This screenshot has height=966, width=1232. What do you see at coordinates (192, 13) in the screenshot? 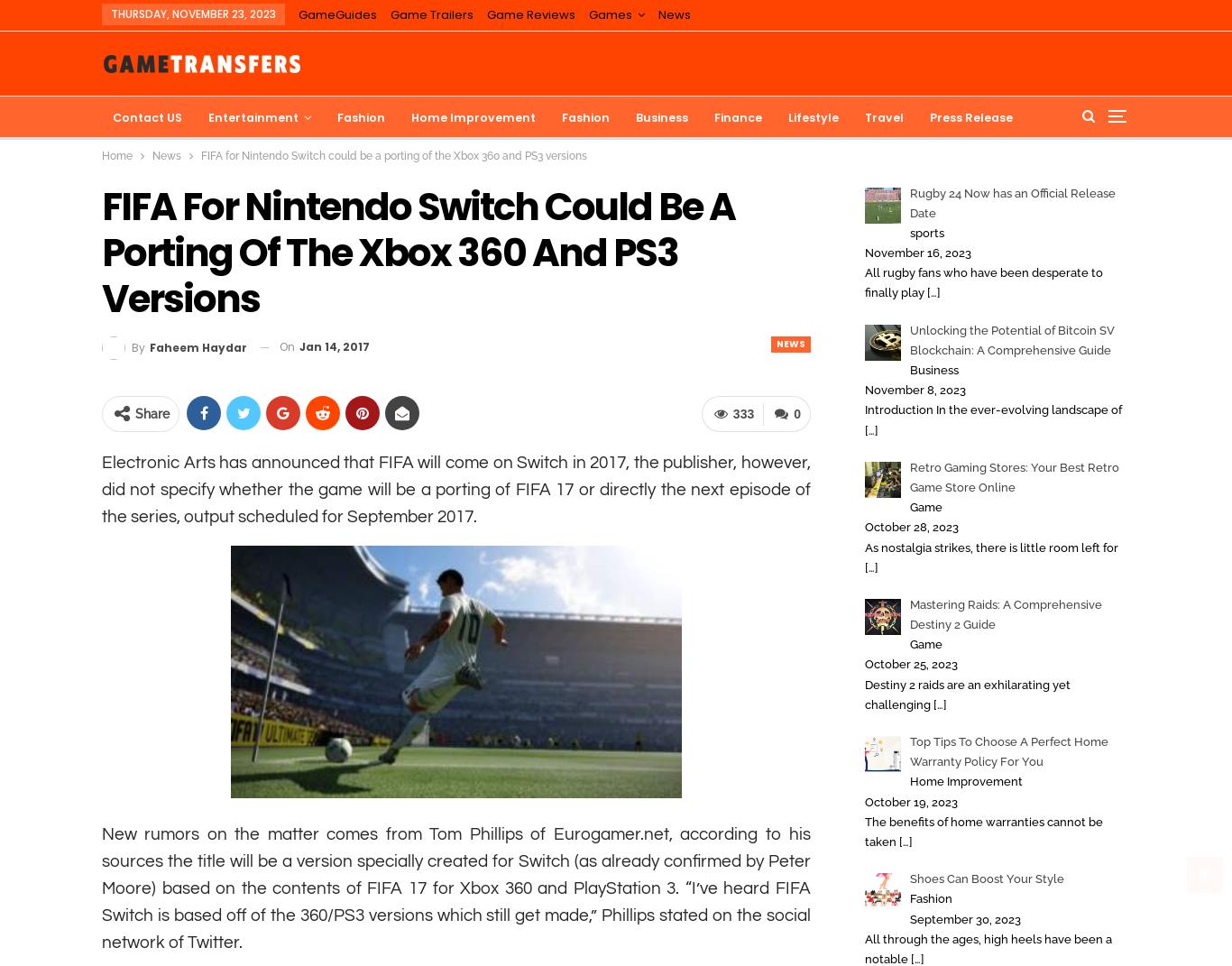
I see `'Thursday, November 23, 2023'` at bounding box center [192, 13].